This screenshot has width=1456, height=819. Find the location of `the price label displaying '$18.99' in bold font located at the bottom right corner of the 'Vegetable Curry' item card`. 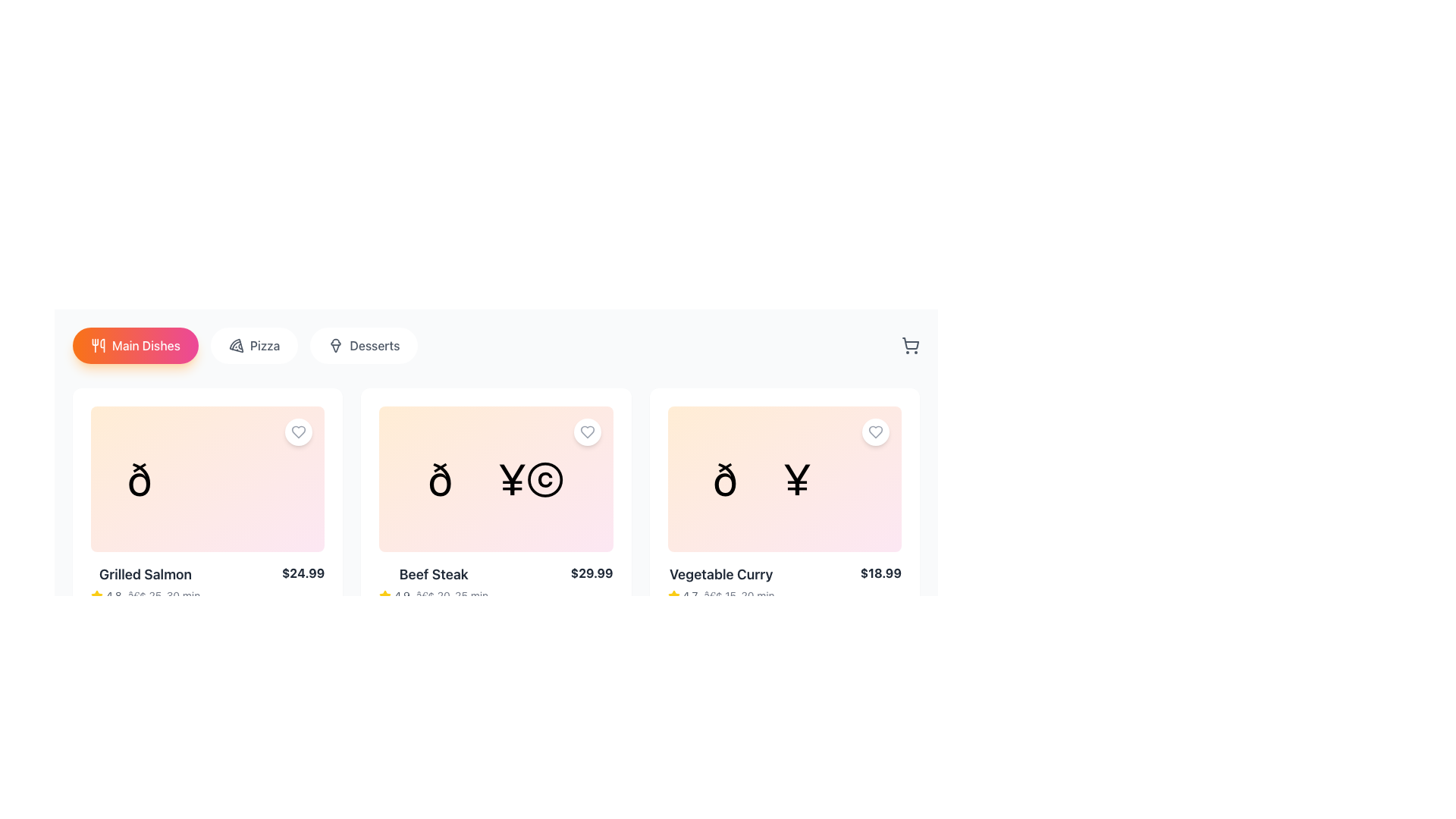

the price label displaying '$18.99' in bold font located at the bottom right corner of the 'Vegetable Curry' item card is located at coordinates (880, 573).